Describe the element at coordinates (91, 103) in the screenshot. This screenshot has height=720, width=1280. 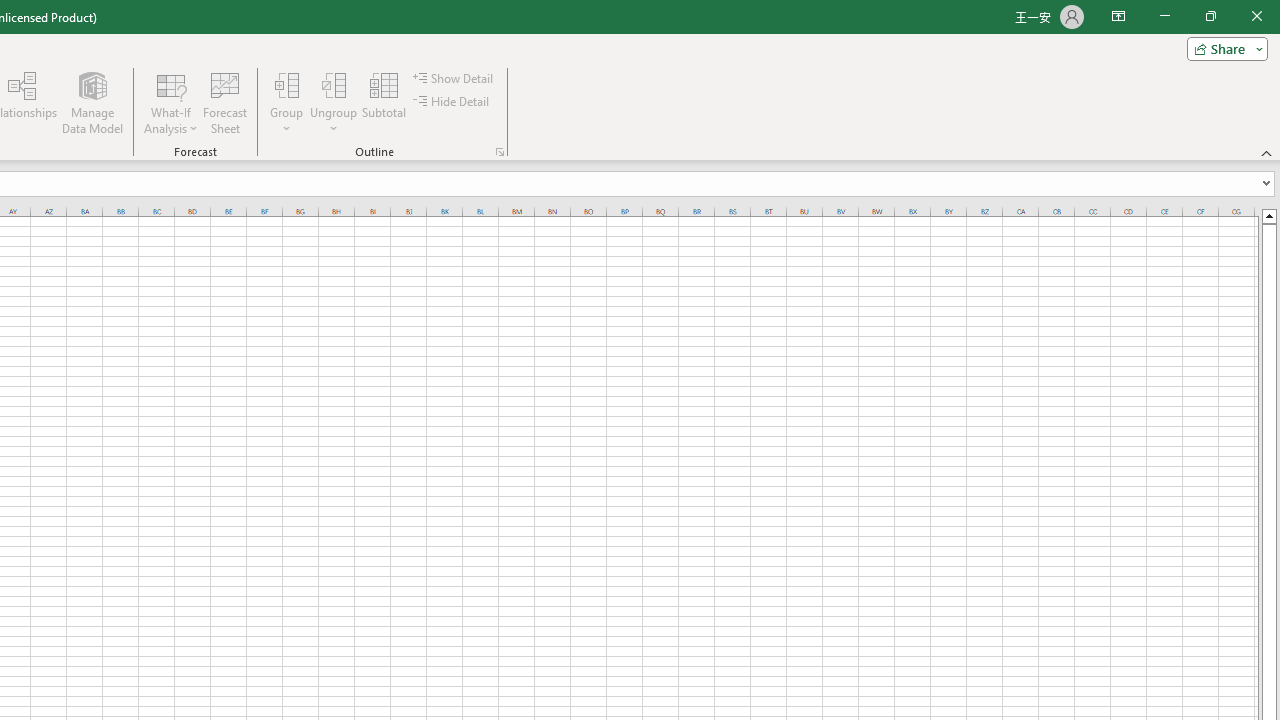
I see `'Manage Data Model'` at that location.